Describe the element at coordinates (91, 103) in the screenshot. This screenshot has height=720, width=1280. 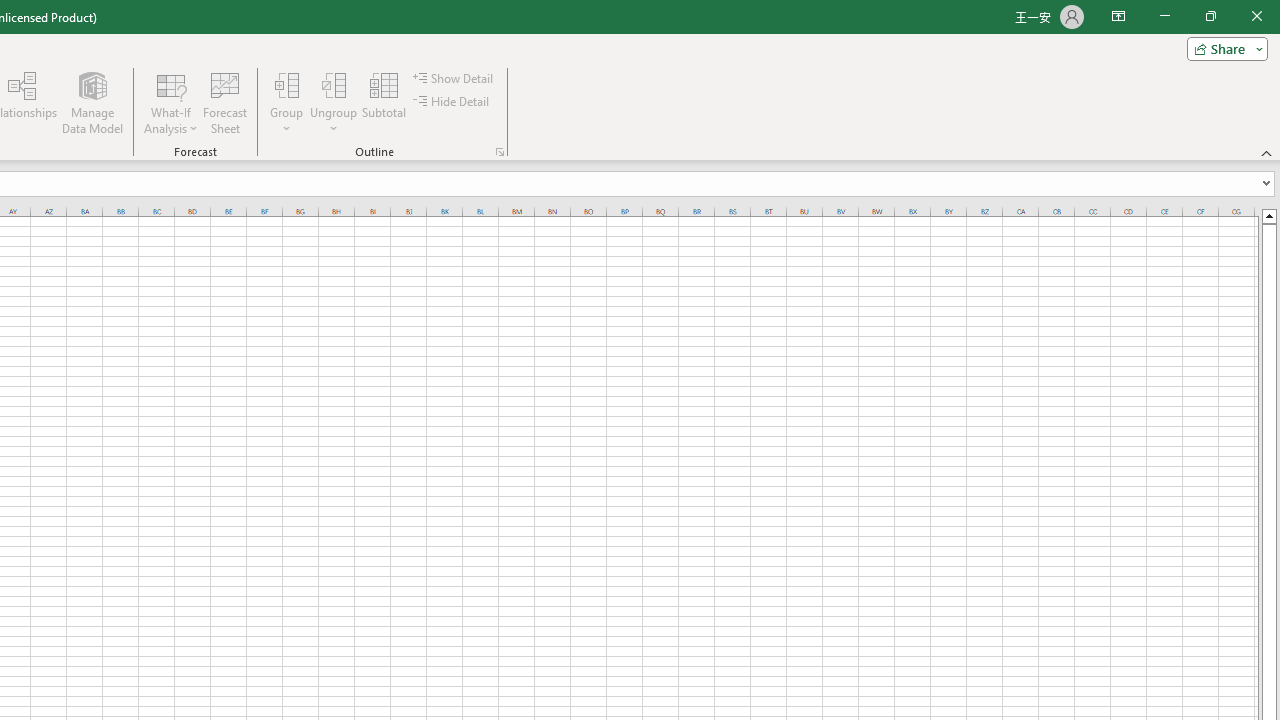
I see `'Manage Data Model'` at that location.